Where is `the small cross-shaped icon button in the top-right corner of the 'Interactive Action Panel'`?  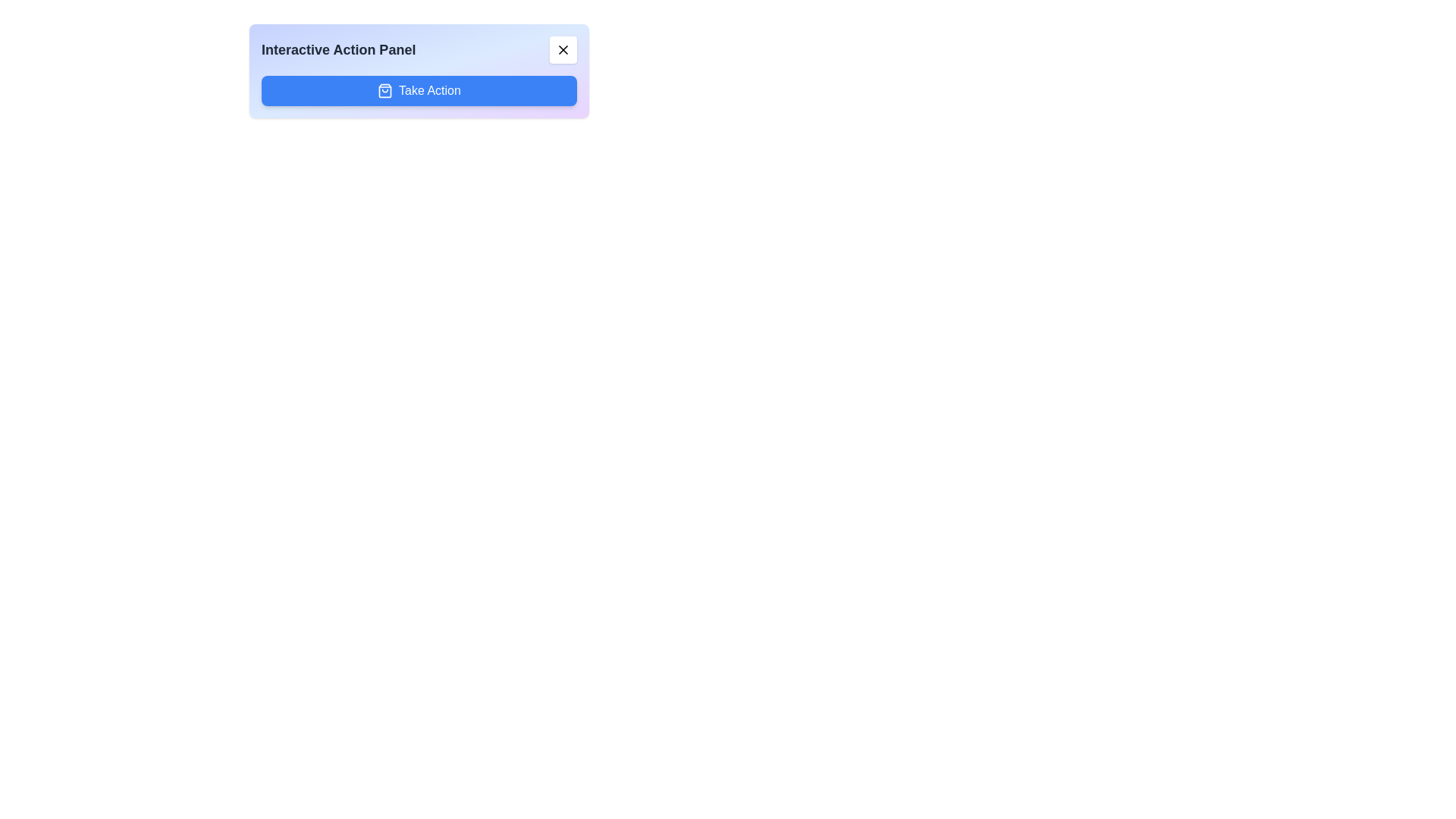 the small cross-shaped icon button in the top-right corner of the 'Interactive Action Panel' is located at coordinates (563, 49).